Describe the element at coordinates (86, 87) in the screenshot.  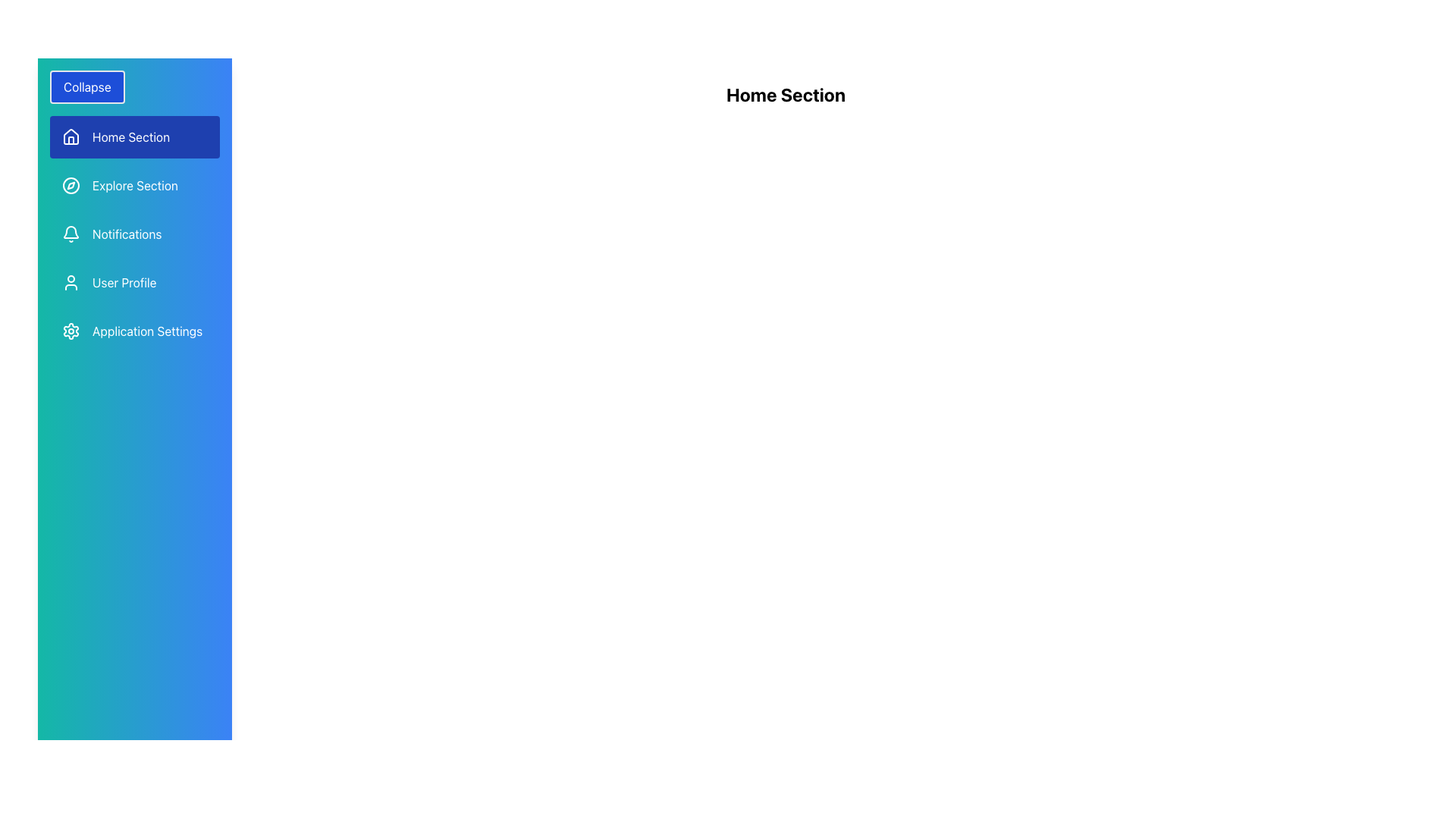
I see `the 'Collapse' button, which is a rectangular button with rounded corners and a blue background, located at the top of the sidebar menu` at that location.